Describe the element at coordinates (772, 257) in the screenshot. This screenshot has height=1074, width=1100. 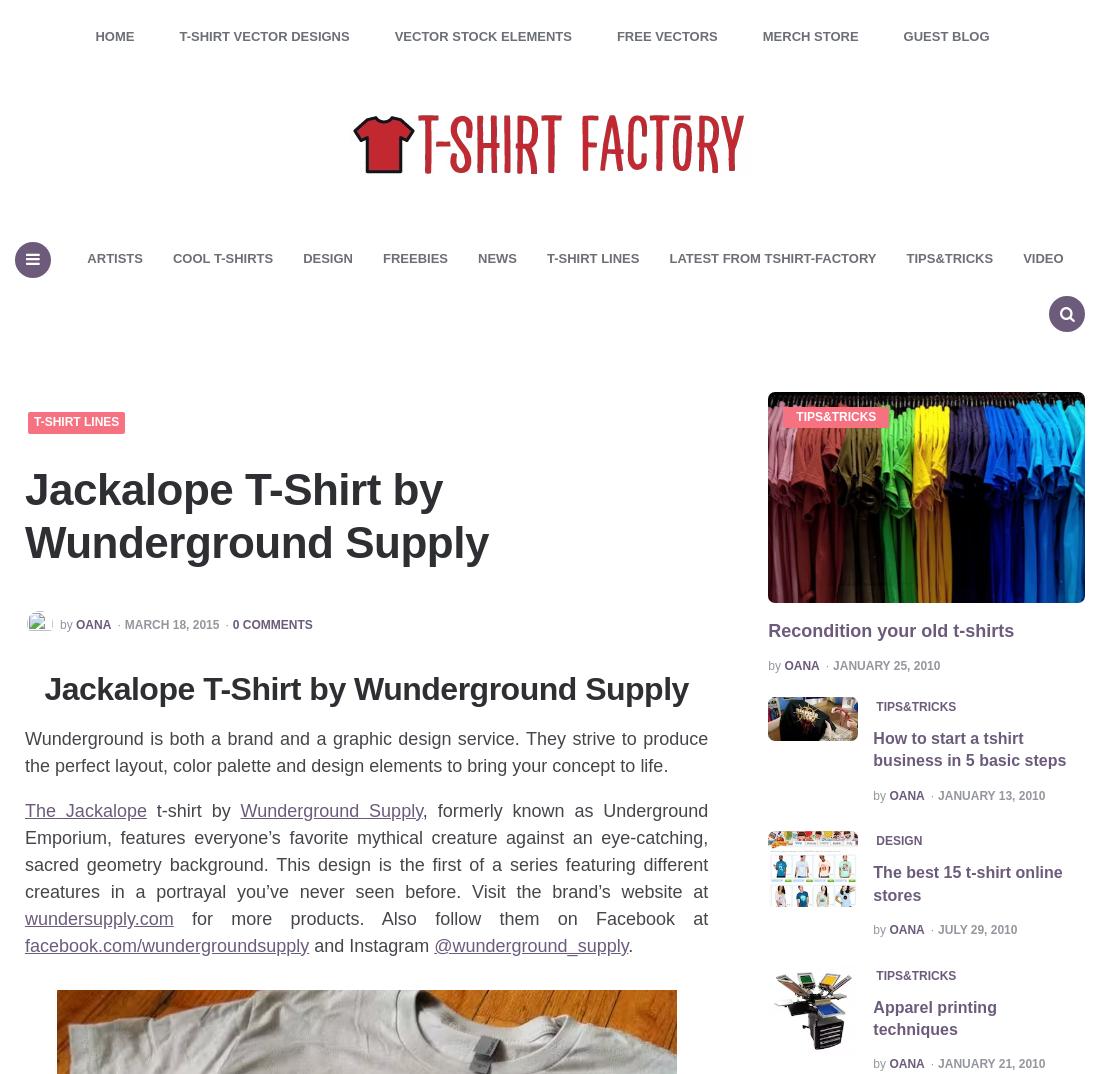
I see `'Latest from Tshirt-Factory'` at that location.